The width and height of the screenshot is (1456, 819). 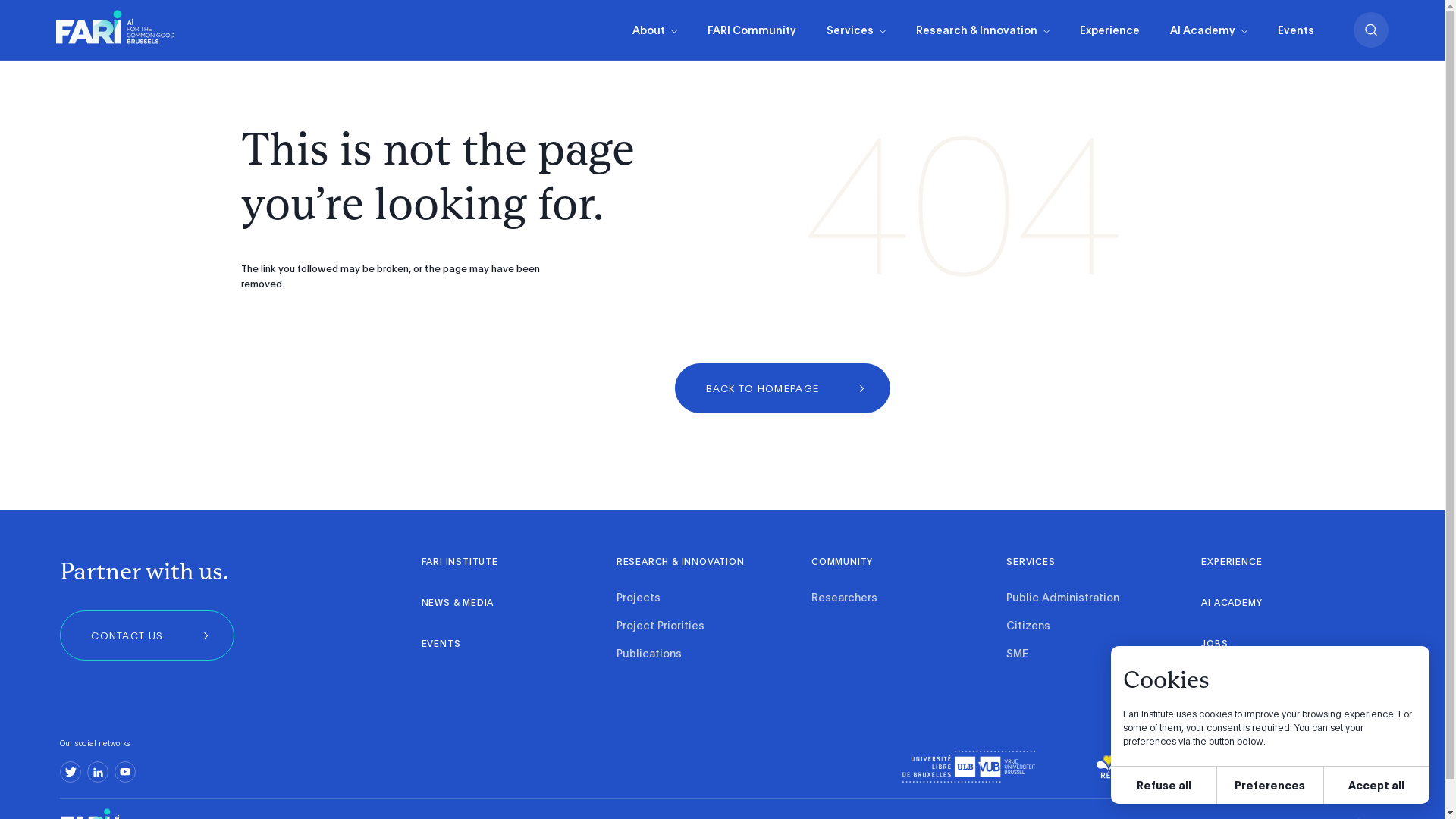 What do you see at coordinates (1109, 30) in the screenshot?
I see `'Experience'` at bounding box center [1109, 30].